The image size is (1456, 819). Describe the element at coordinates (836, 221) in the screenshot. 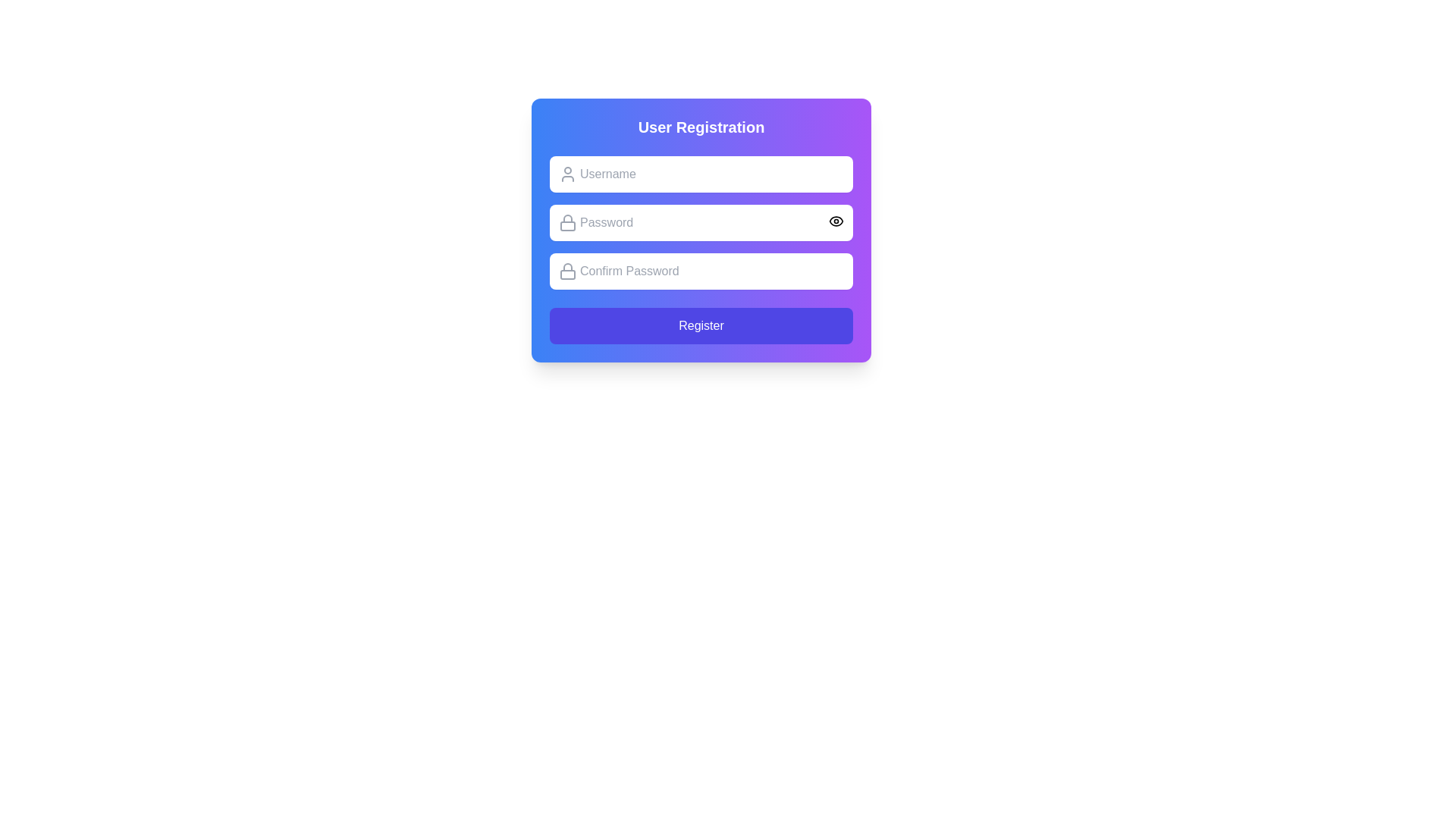

I see `the visibility toggle button located in the top right corner of the password input field` at that location.